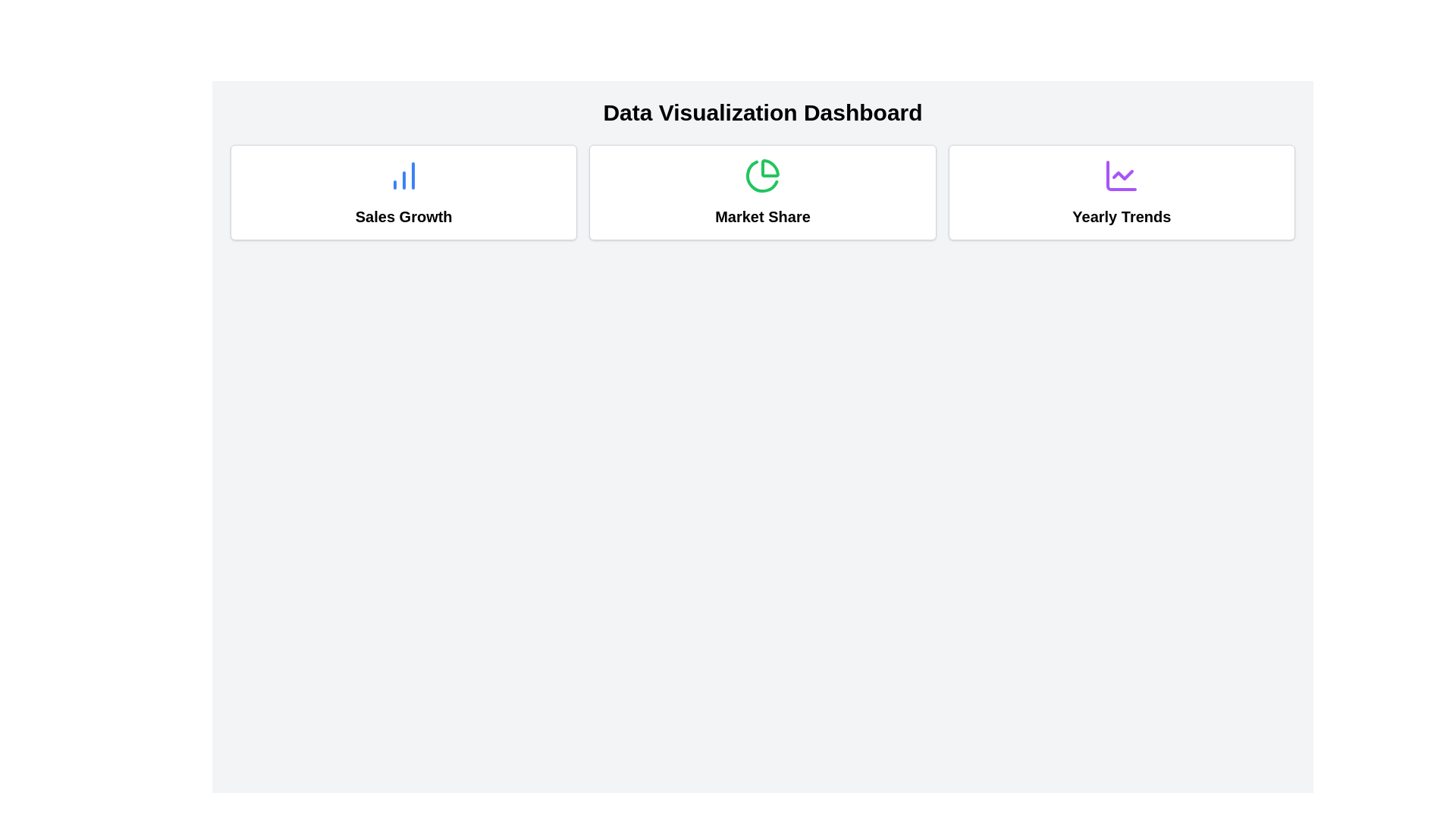  Describe the element at coordinates (763, 174) in the screenshot. I see `the decorative symbol associated with the 'Market Share' section located at the center of the second card labeled 'Market Share' on the dashboard` at that location.